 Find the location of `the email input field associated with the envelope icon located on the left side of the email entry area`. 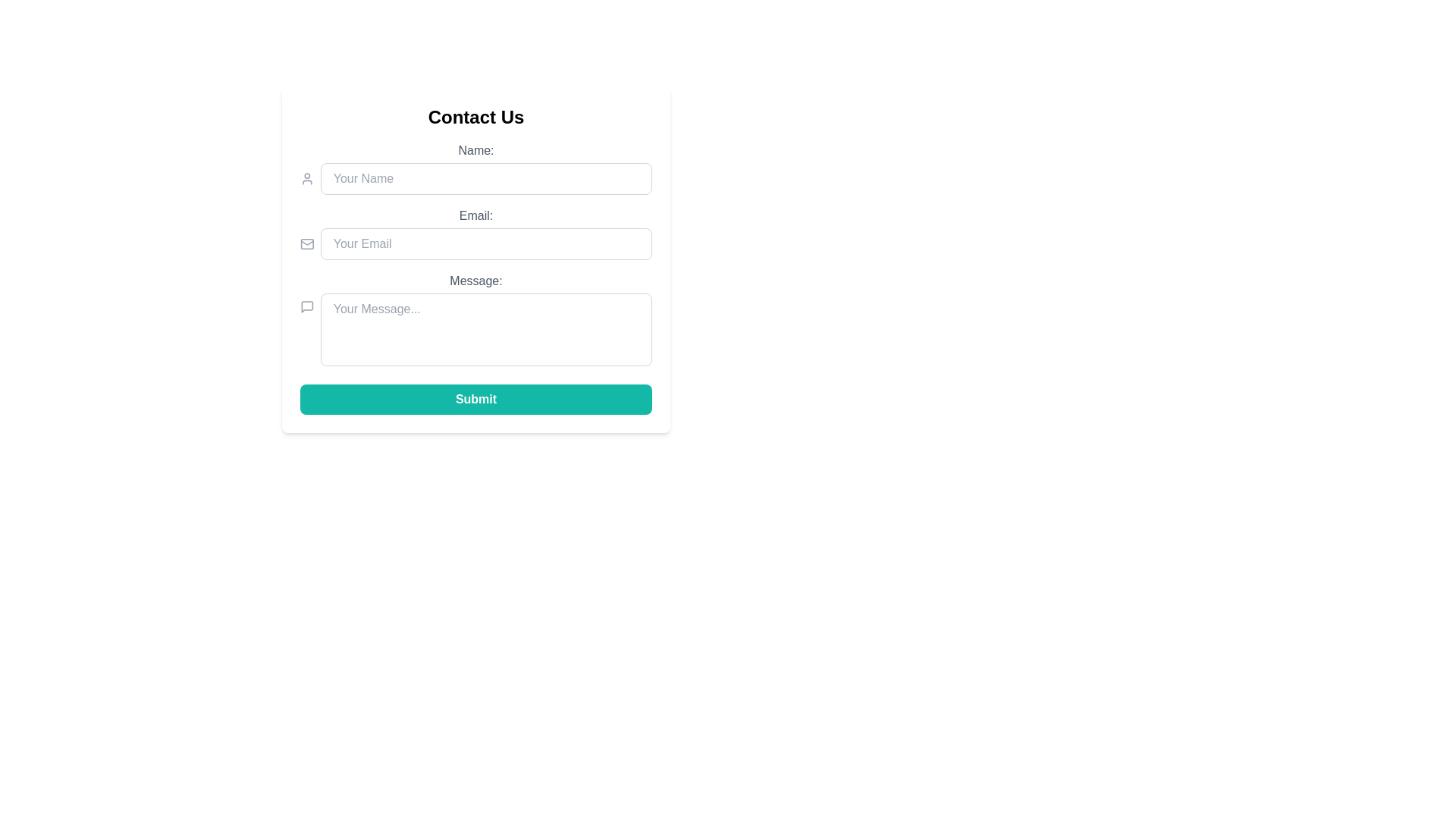

the email input field associated with the envelope icon located on the left side of the email entry area is located at coordinates (306, 243).